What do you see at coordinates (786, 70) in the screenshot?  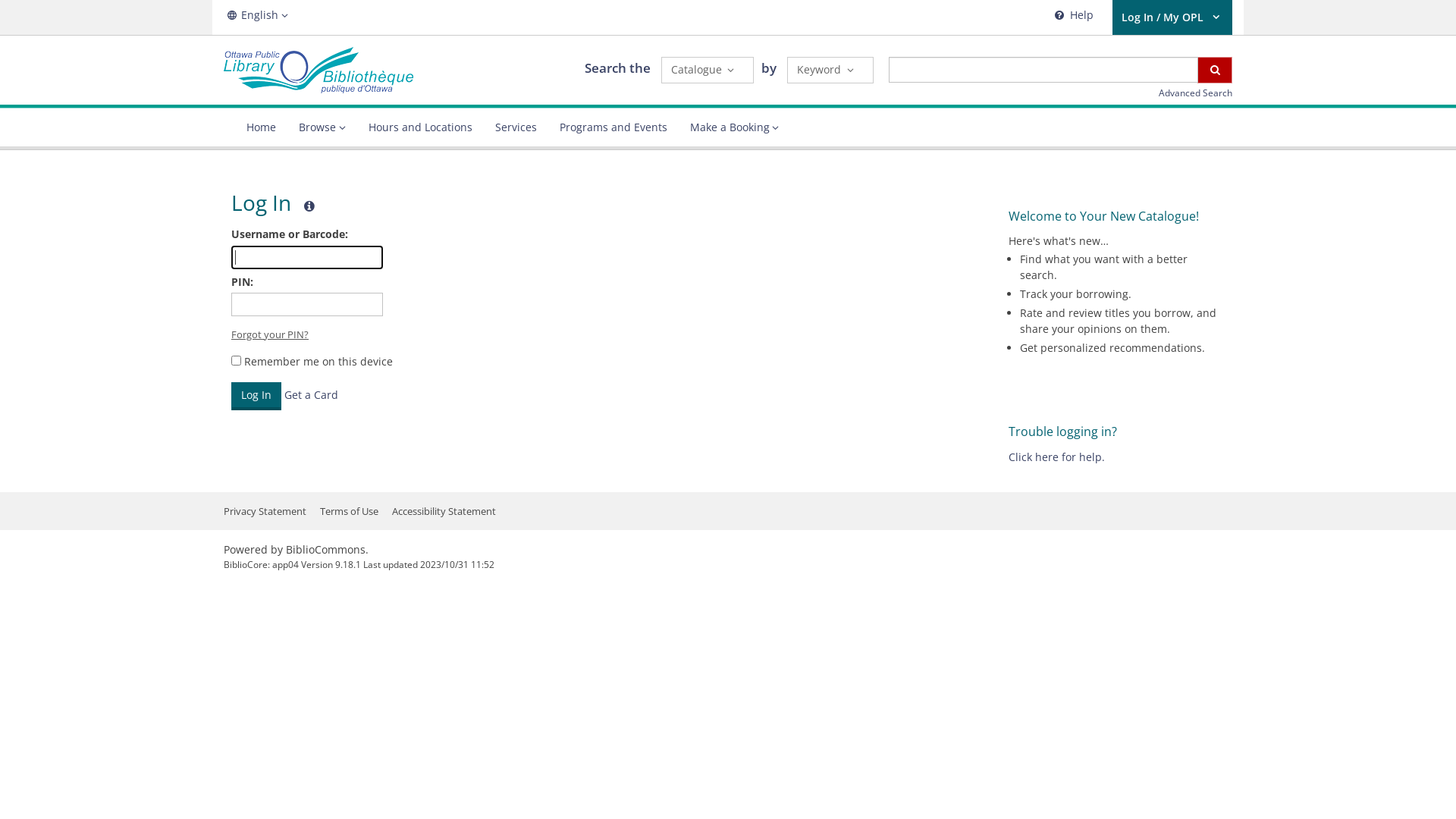 I see `'Keyword` at bounding box center [786, 70].